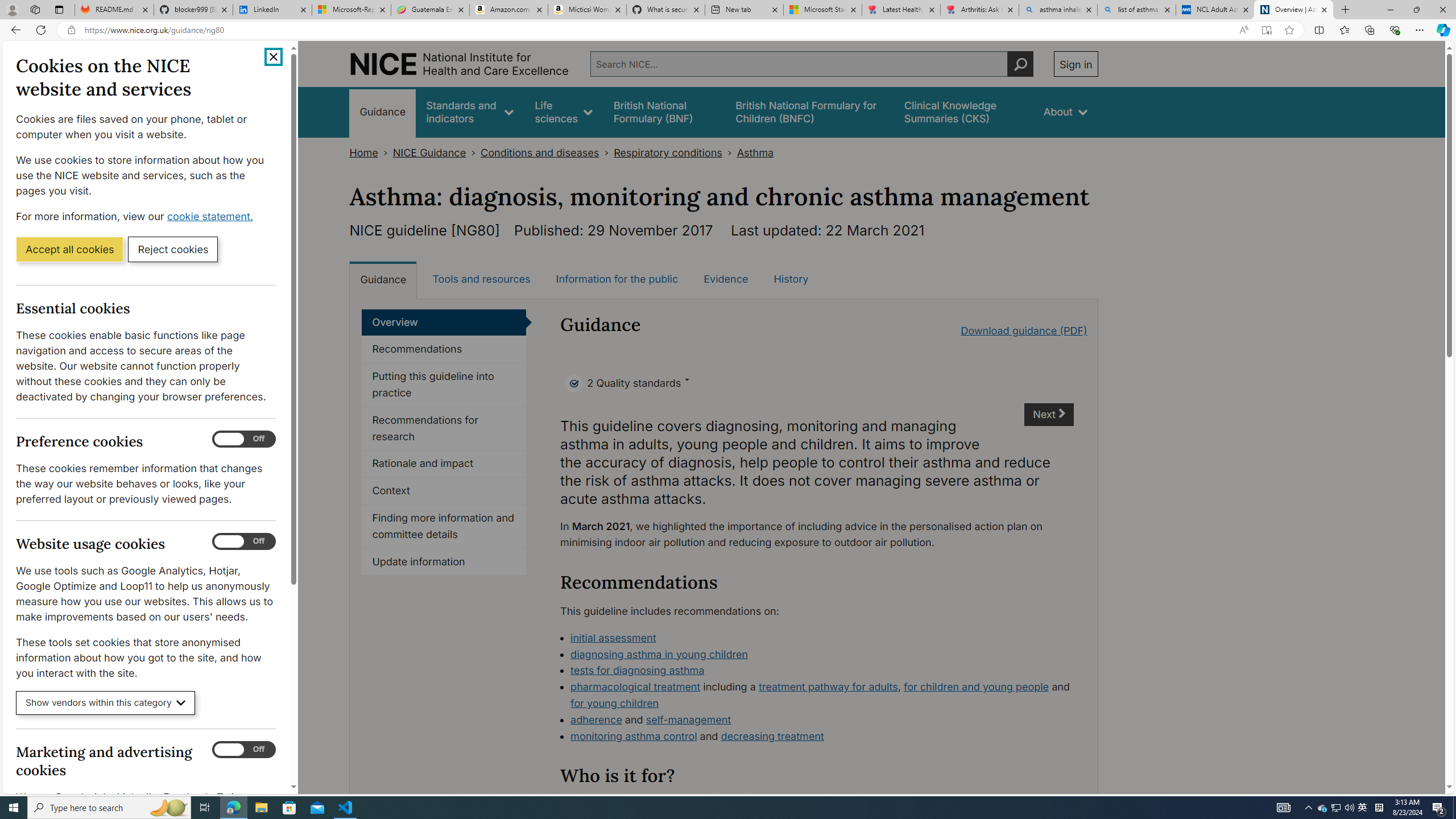  I want to click on 'Recommendations for research', so click(443, 428).